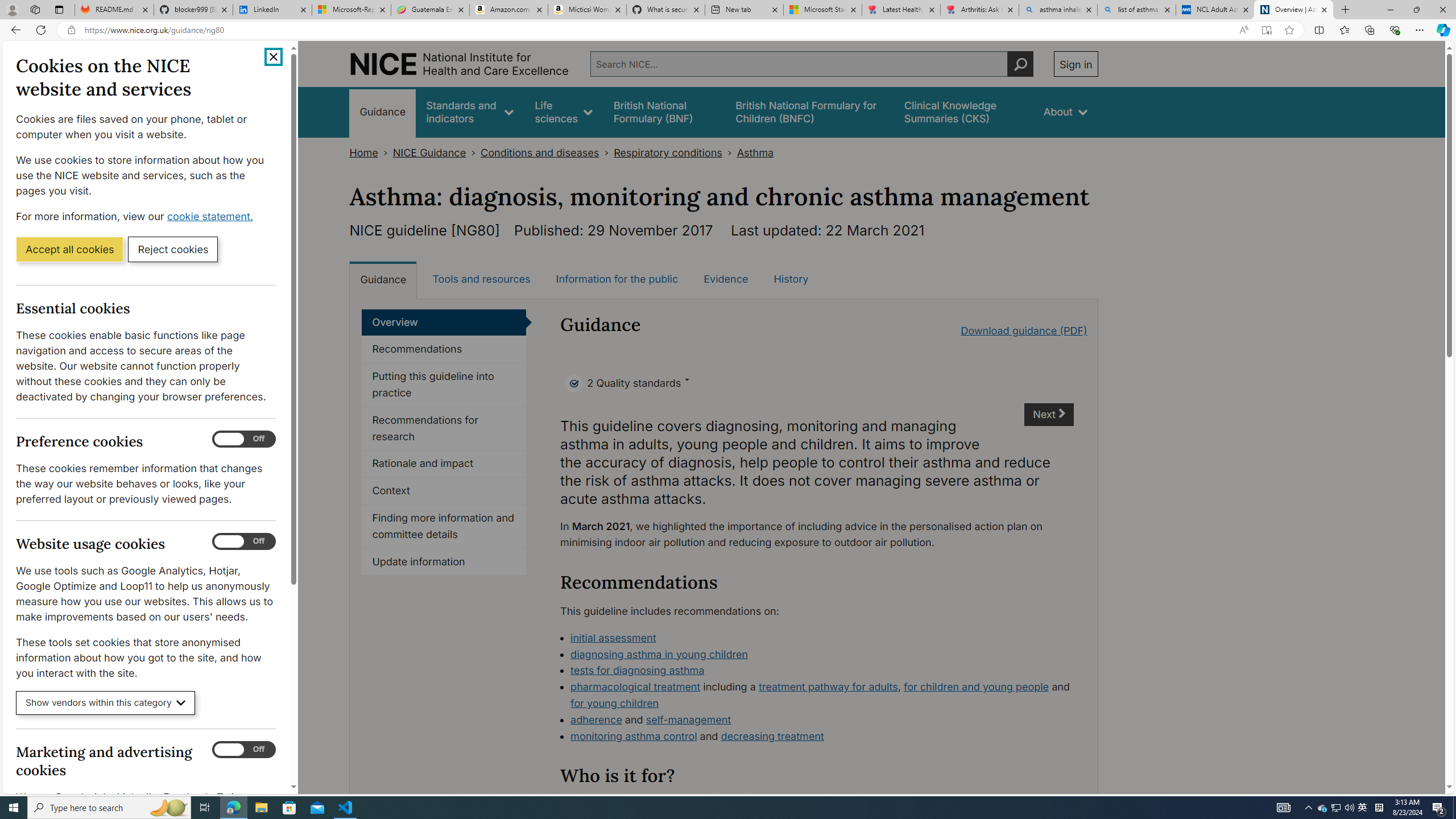  I want to click on 'Recommendations for research', so click(443, 428).